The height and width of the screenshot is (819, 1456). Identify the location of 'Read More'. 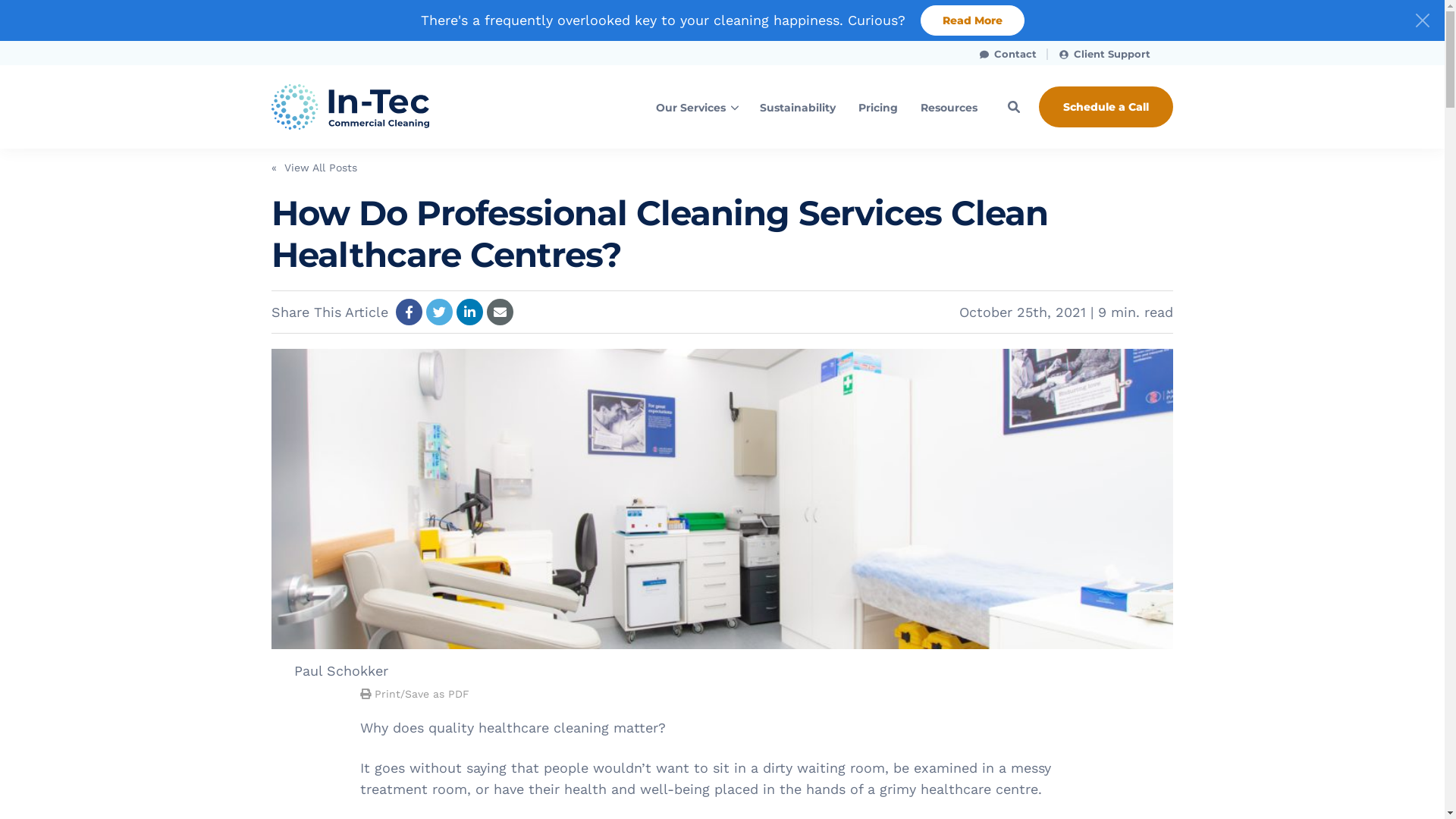
(920, 20).